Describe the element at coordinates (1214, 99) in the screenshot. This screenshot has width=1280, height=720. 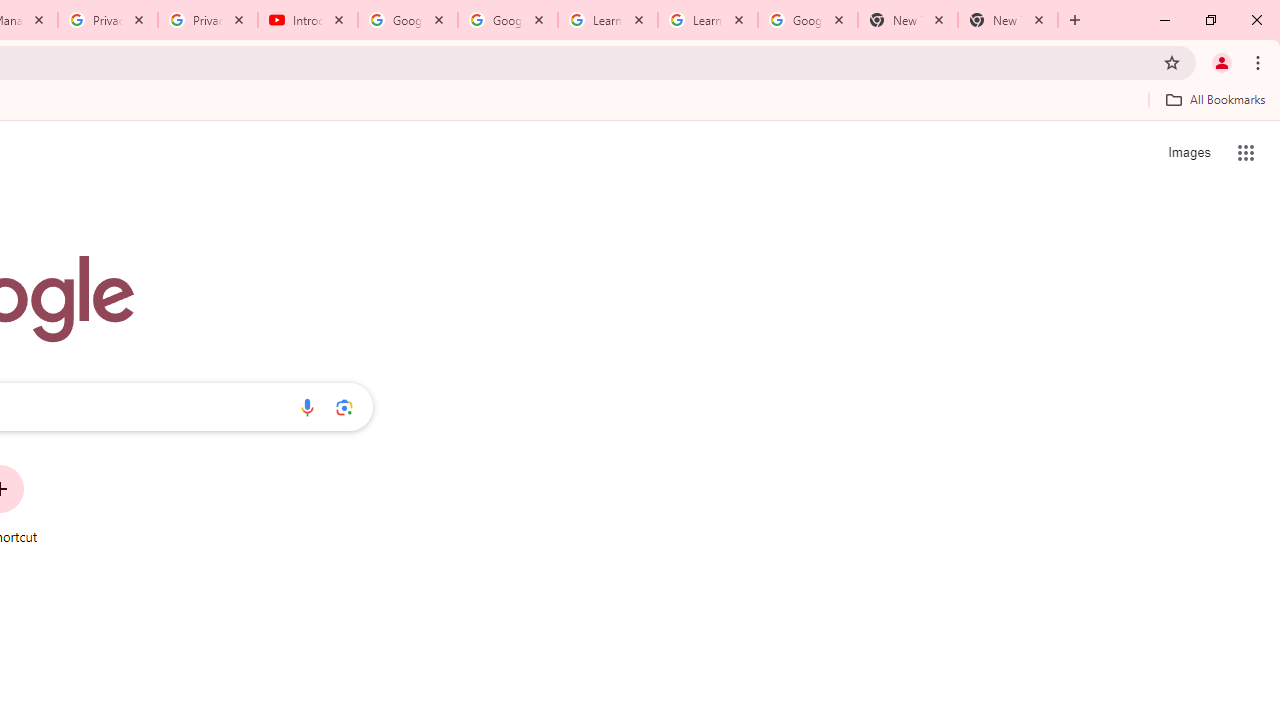
I see `'All Bookmarks'` at that location.